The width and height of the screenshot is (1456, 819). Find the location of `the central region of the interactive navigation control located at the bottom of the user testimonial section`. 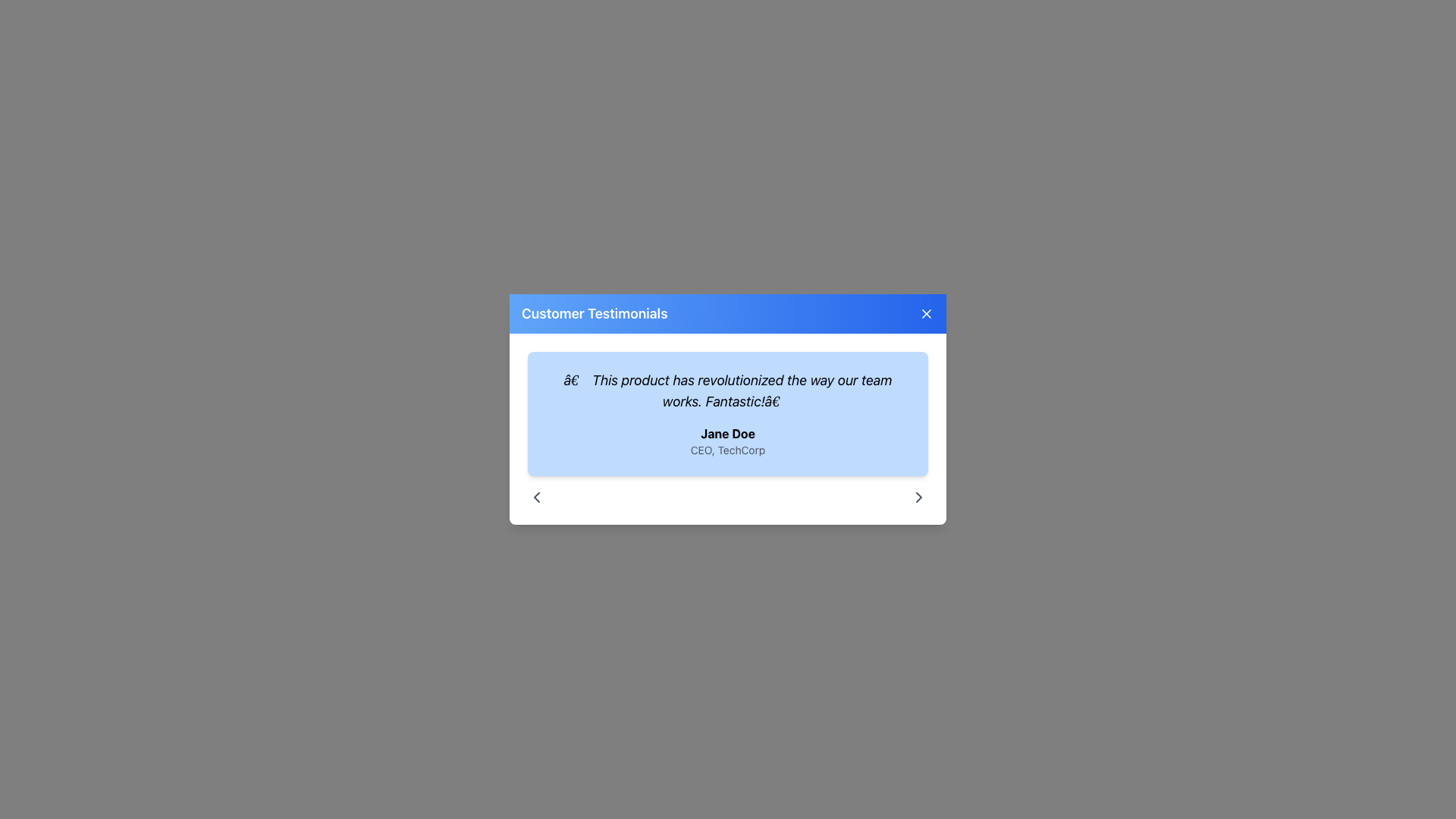

the central region of the interactive navigation control located at the bottom of the user testimonial section is located at coordinates (728, 497).